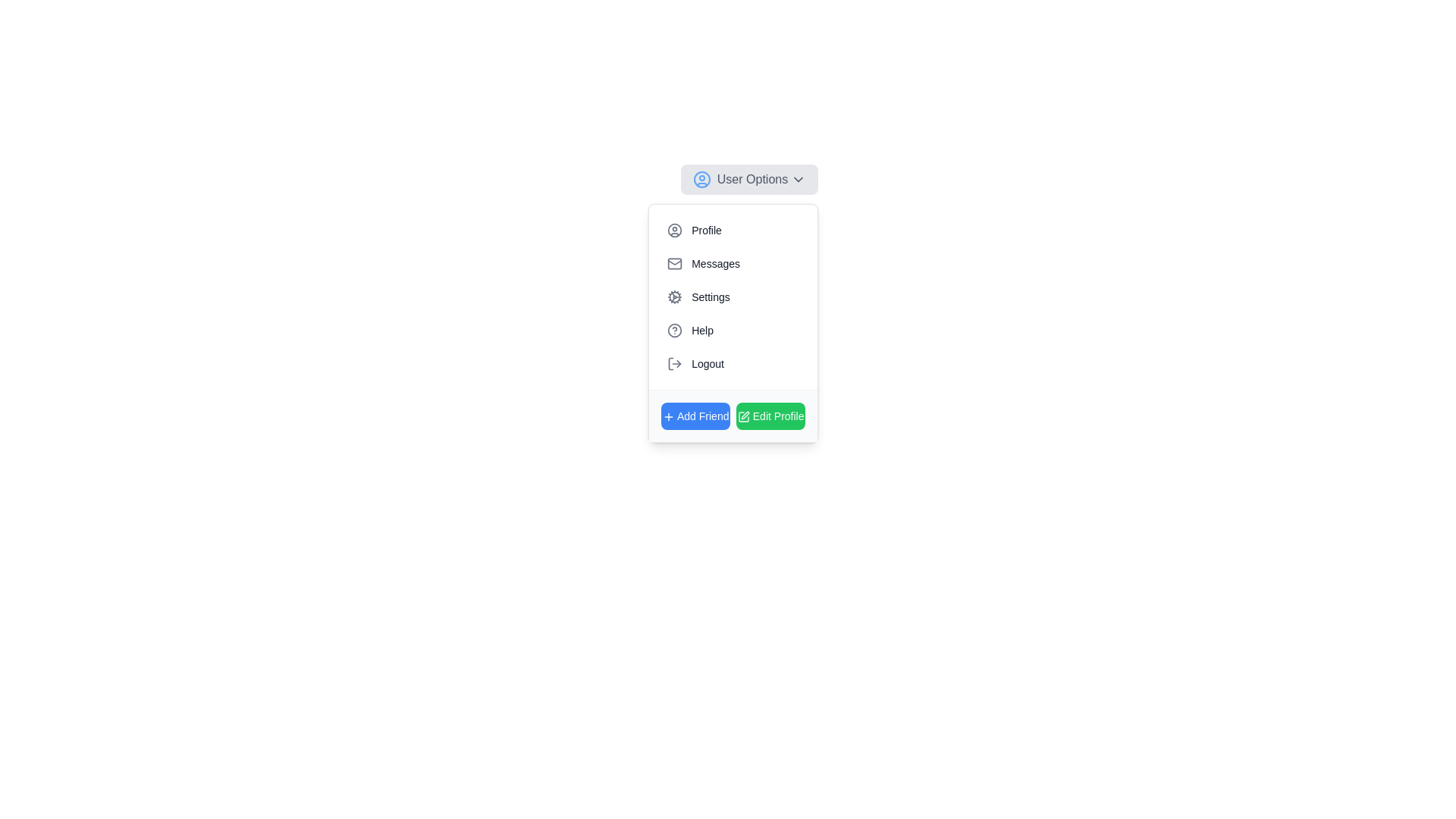  Describe the element at coordinates (798, 178) in the screenshot. I see `the chevron icon indicating the collapsible or expandable menu associated with 'User Options'` at that location.